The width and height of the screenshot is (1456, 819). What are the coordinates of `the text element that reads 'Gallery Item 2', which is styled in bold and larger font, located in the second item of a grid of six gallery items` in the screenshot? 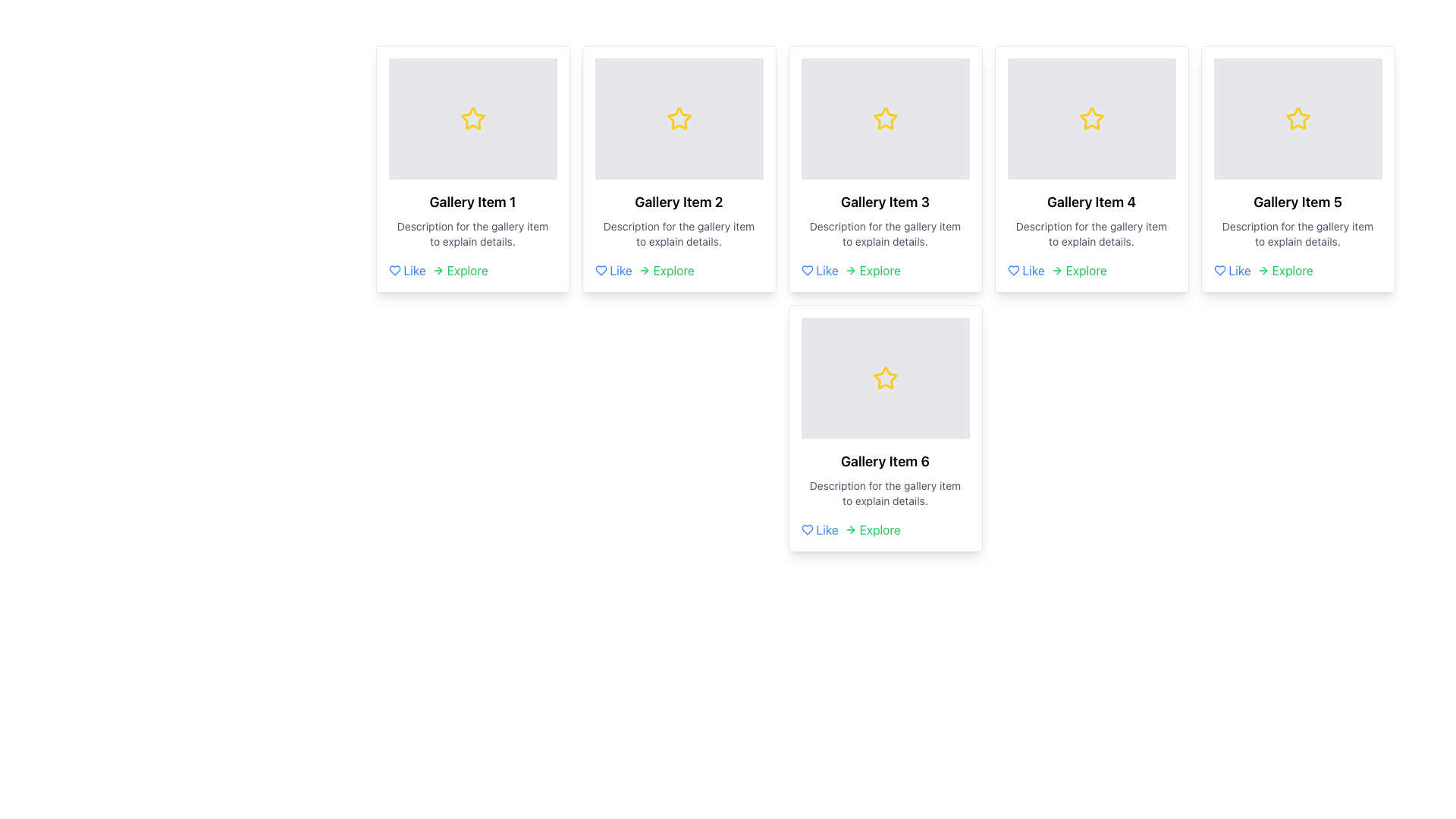 It's located at (678, 201).